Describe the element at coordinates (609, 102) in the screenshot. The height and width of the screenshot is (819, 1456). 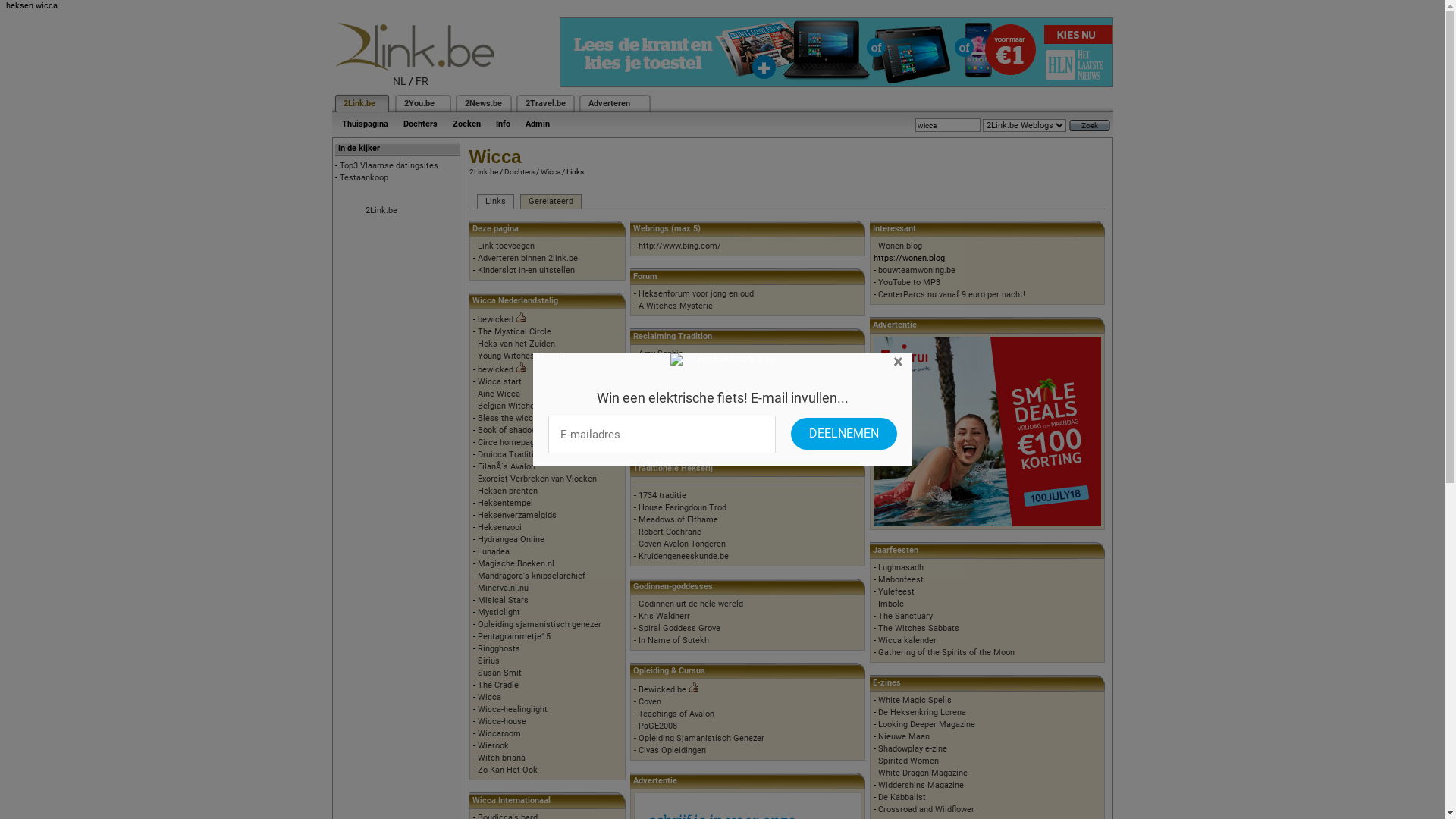
I see `'Adverteren'` at that location.